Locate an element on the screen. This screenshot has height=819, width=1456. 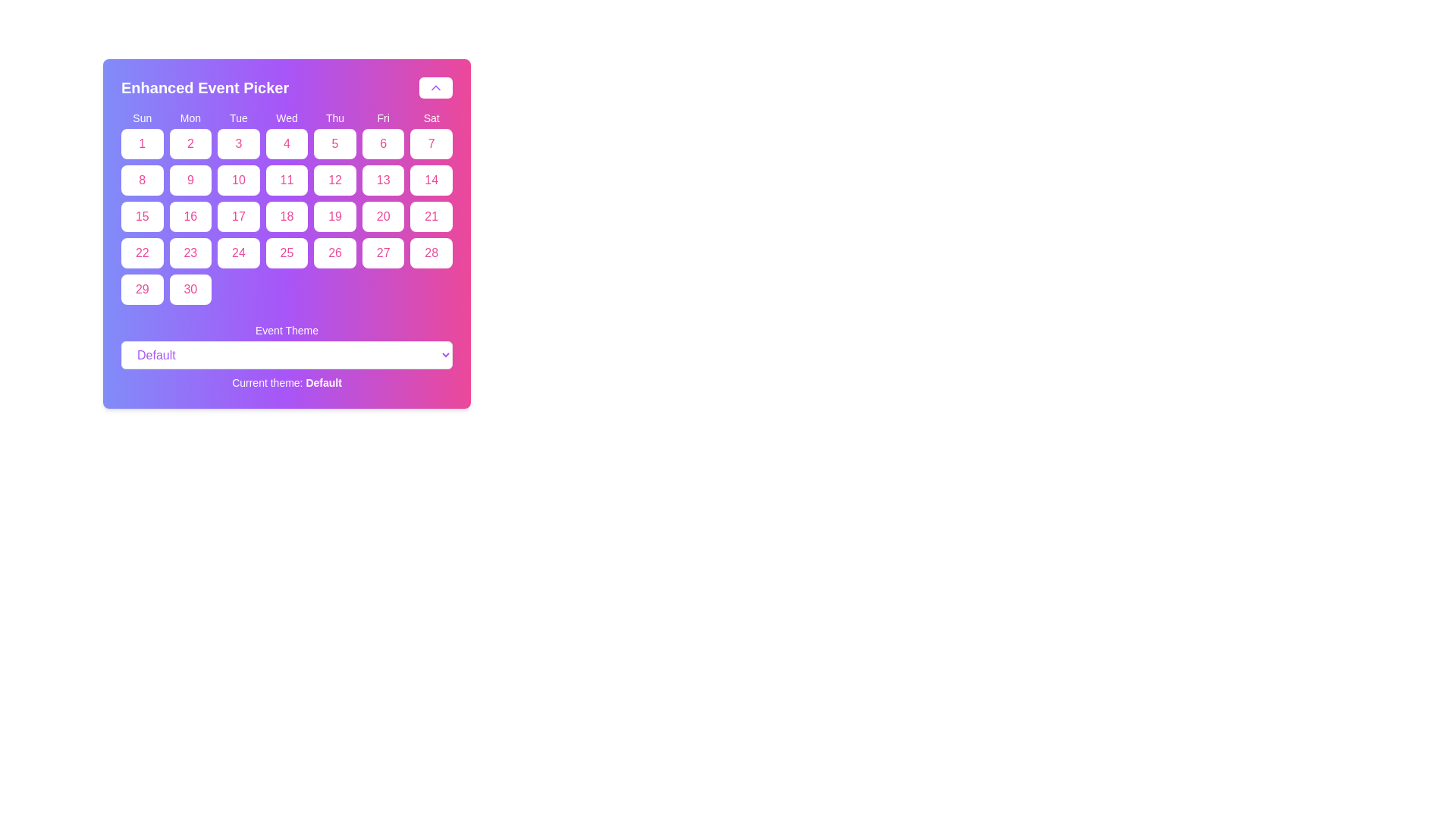
the button representing the date '3' in the calendar UI is located at coordinates (237, 143).